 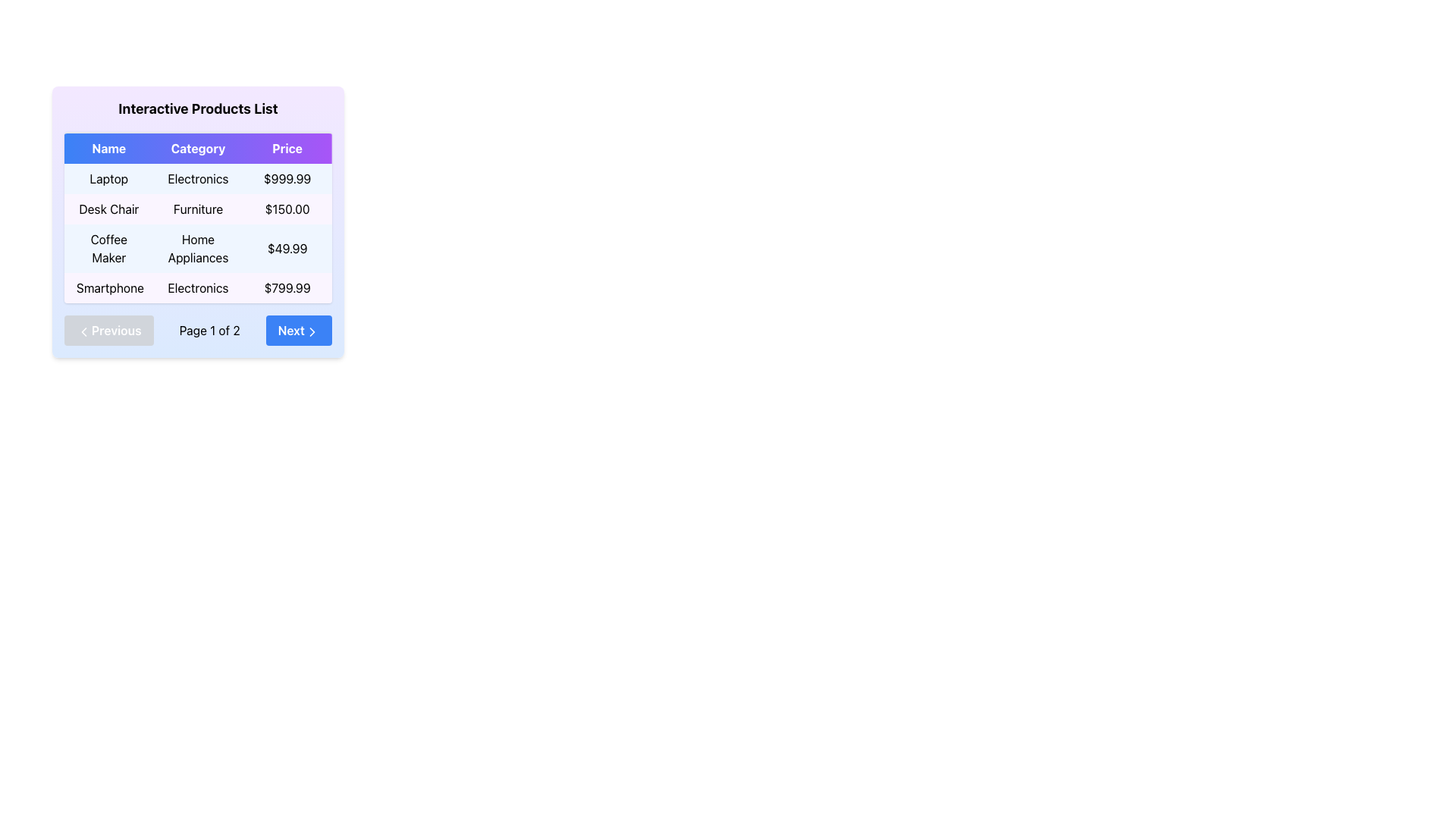 What do you see at coordinates (299, 329) in the screenshot?
I see `the button located at the bottom right corner of the 'Interactive Products List' panel` at bounding box center [299, 329].